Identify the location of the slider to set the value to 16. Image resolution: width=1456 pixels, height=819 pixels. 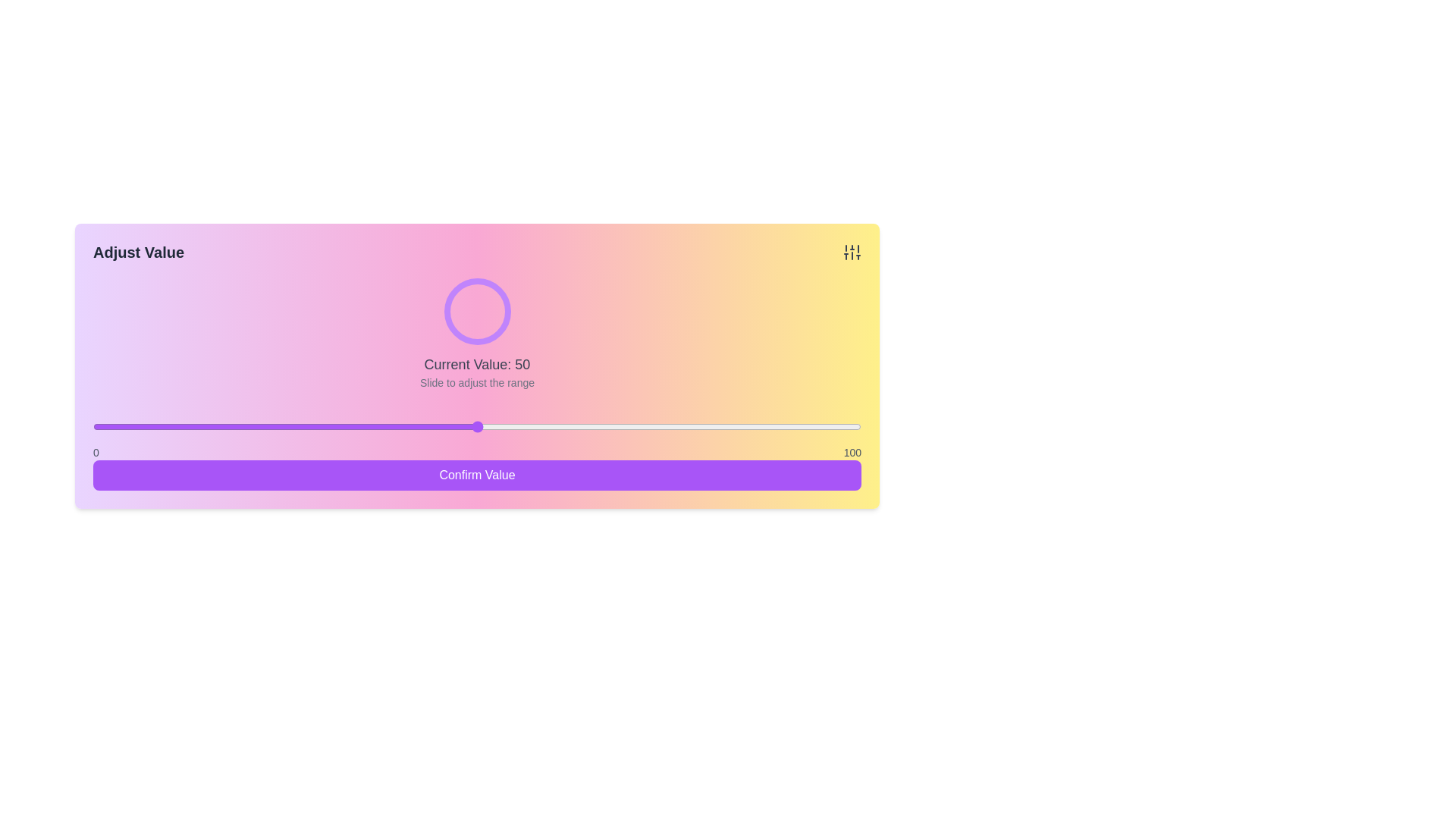
(215, 427).